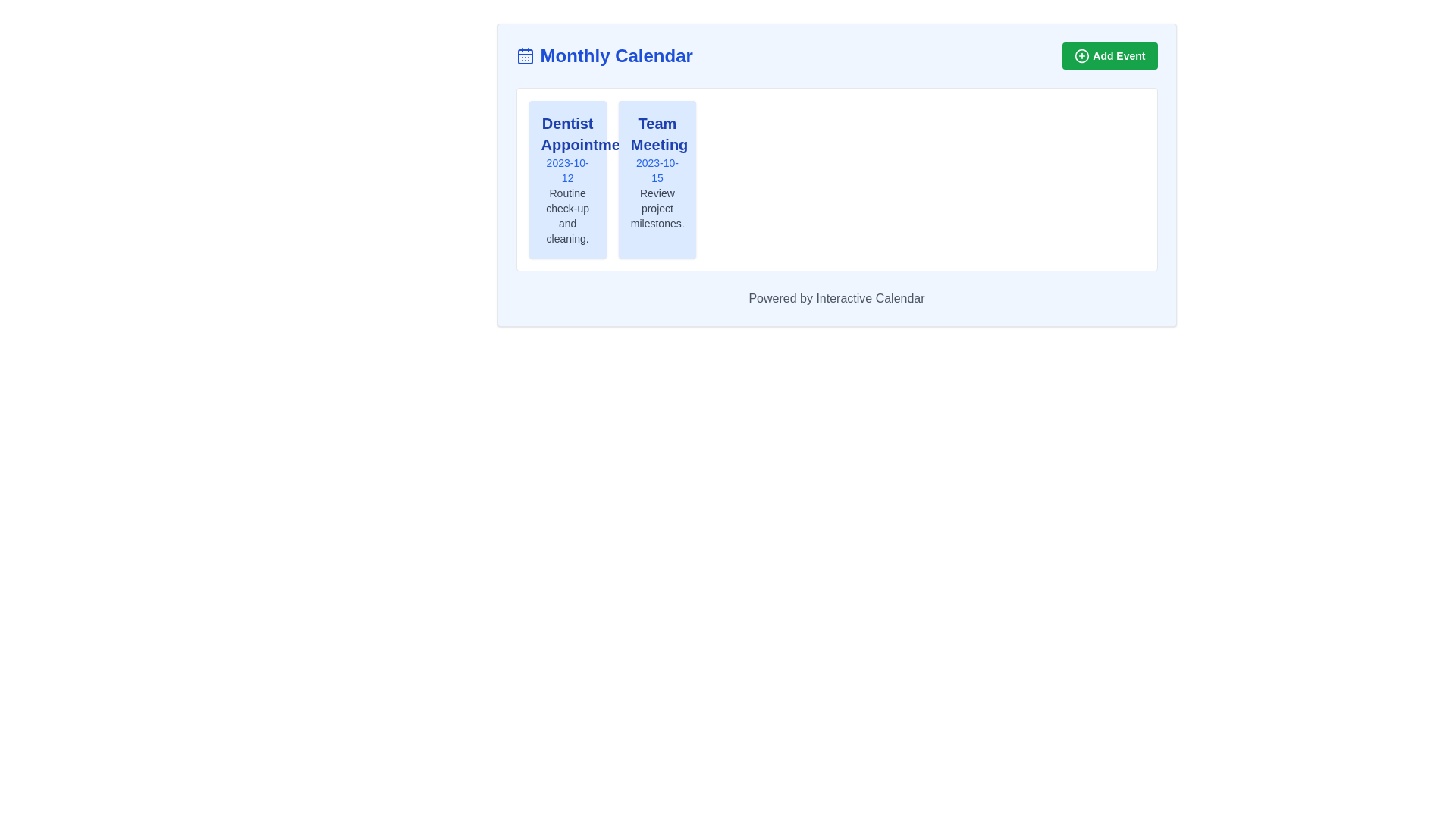 This screenshot has width=1456, height=819. What do you see at coordinates (836, 55) in the screenshot?
I see `the title 'Monthly Calendar' on the Composite component` at bounding box center [836, 55].